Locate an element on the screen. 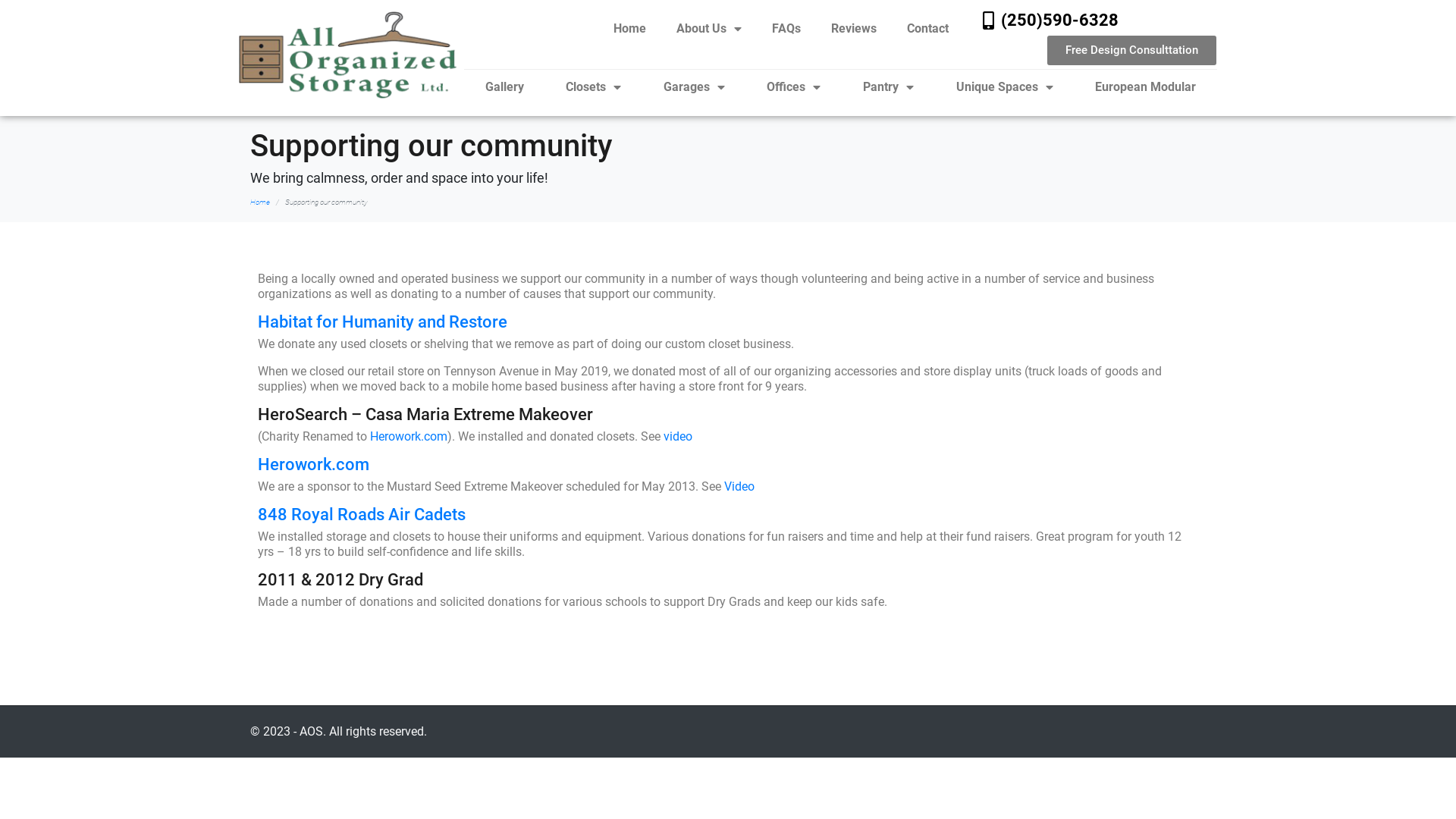  '(250)590-6328' is located at coordinates (1059, 20).